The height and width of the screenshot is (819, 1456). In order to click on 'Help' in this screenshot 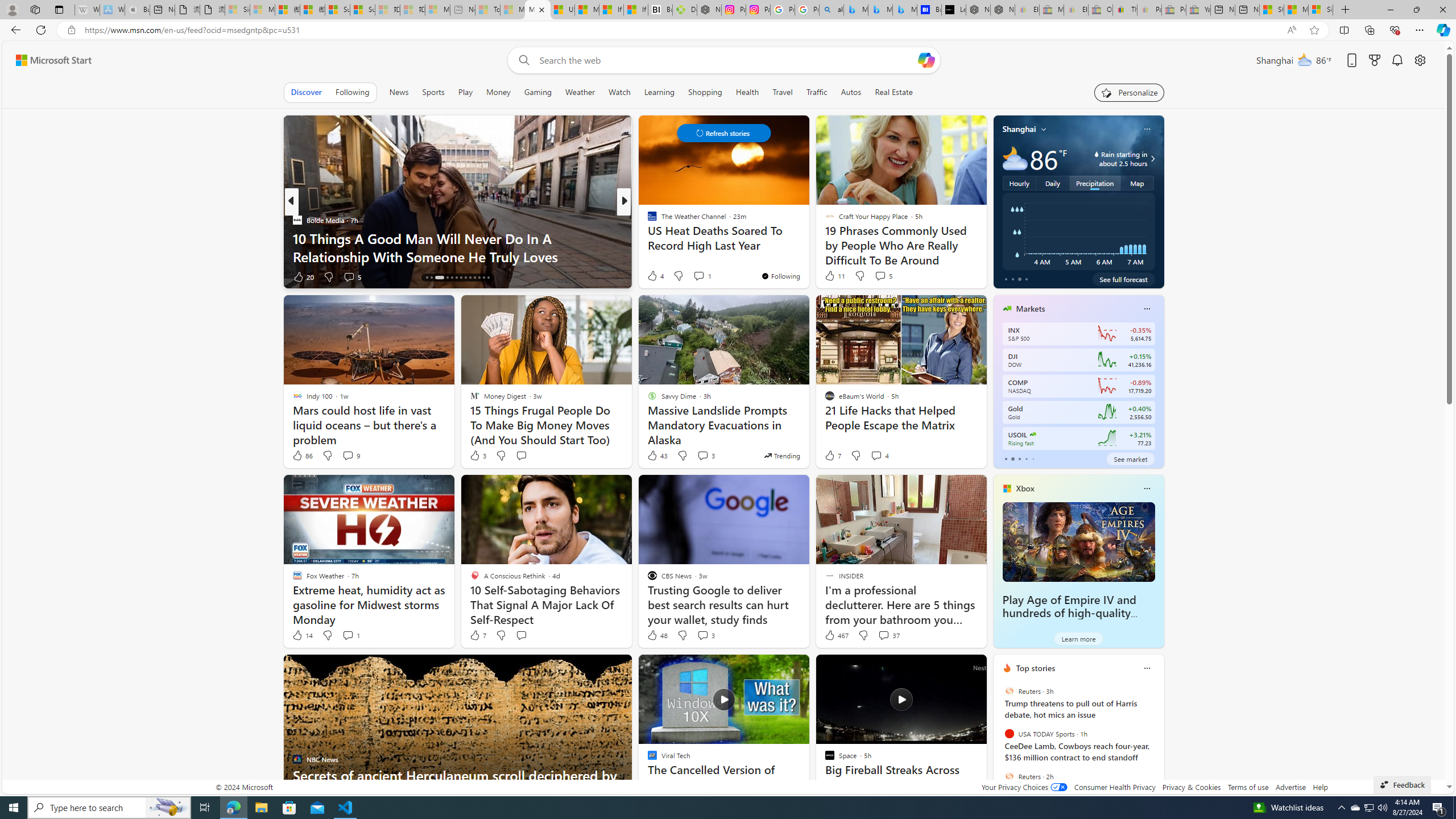, I will do `click(1319, 786)`.